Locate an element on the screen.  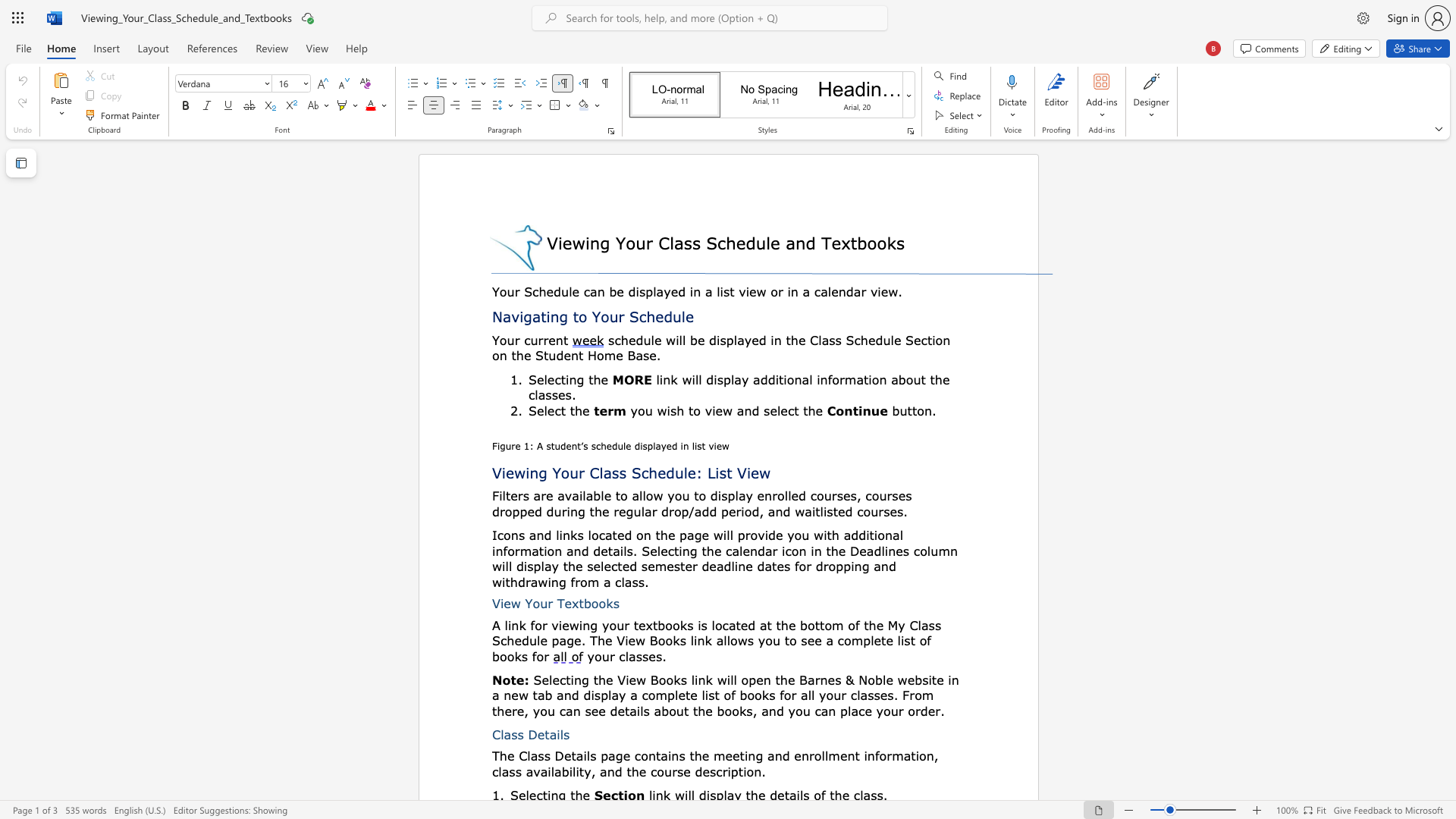
the subset text "ona" within the text "additional" is located at coordinates (877, 534).